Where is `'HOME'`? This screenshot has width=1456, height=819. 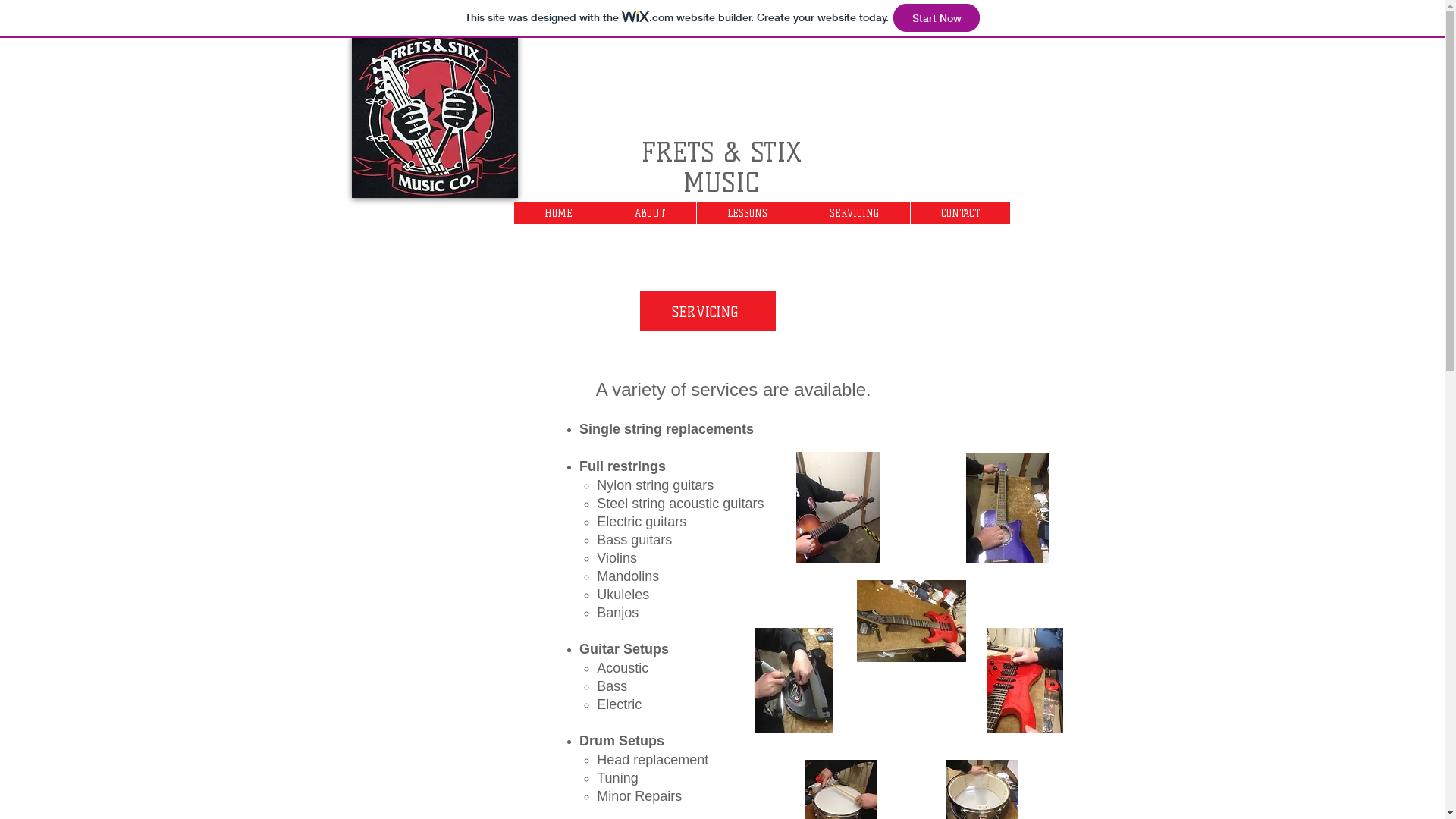 'HOME' is located at coordinates (558, 213).